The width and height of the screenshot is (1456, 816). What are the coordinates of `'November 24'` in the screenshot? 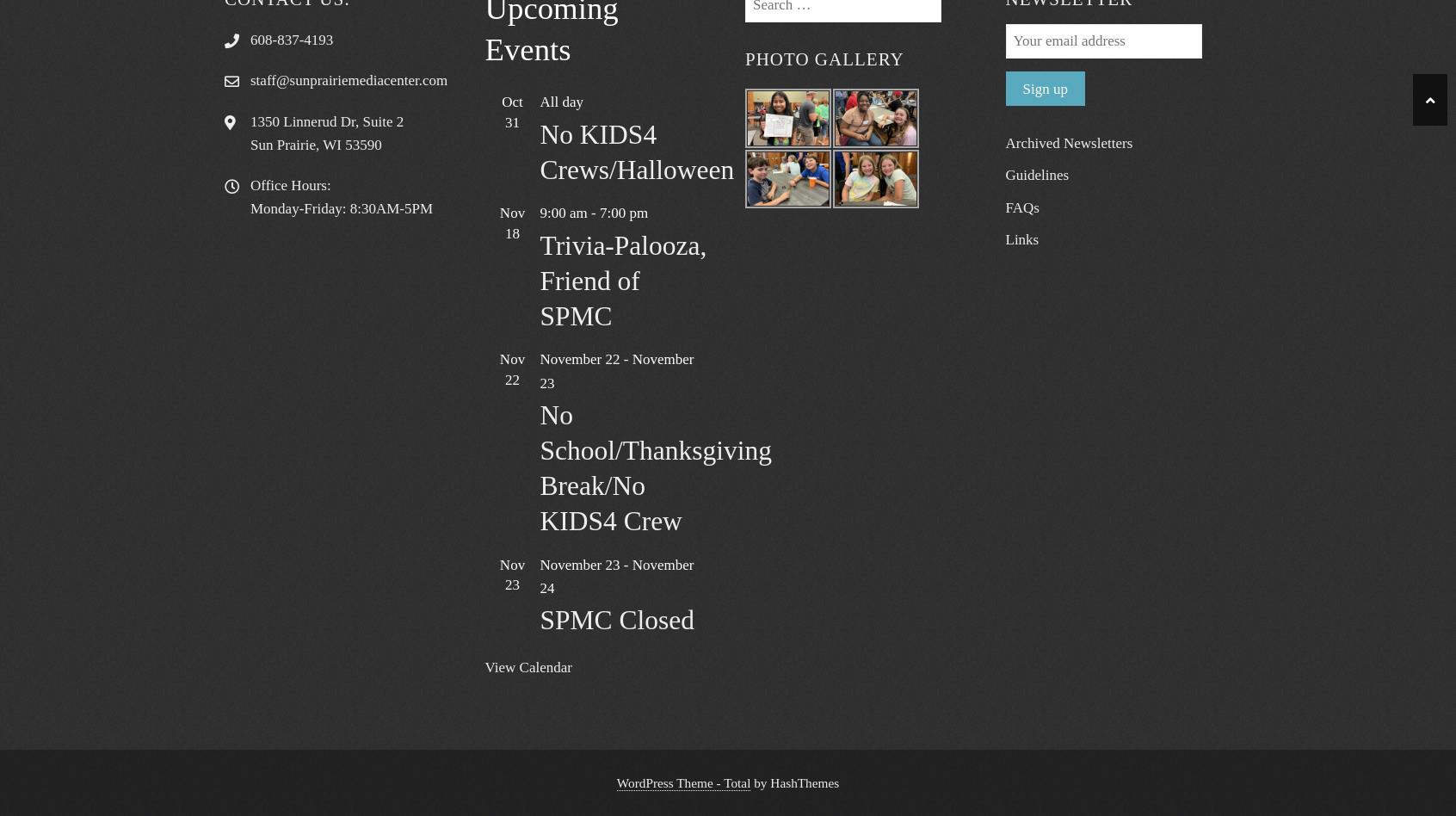 It's located at (539, 575).